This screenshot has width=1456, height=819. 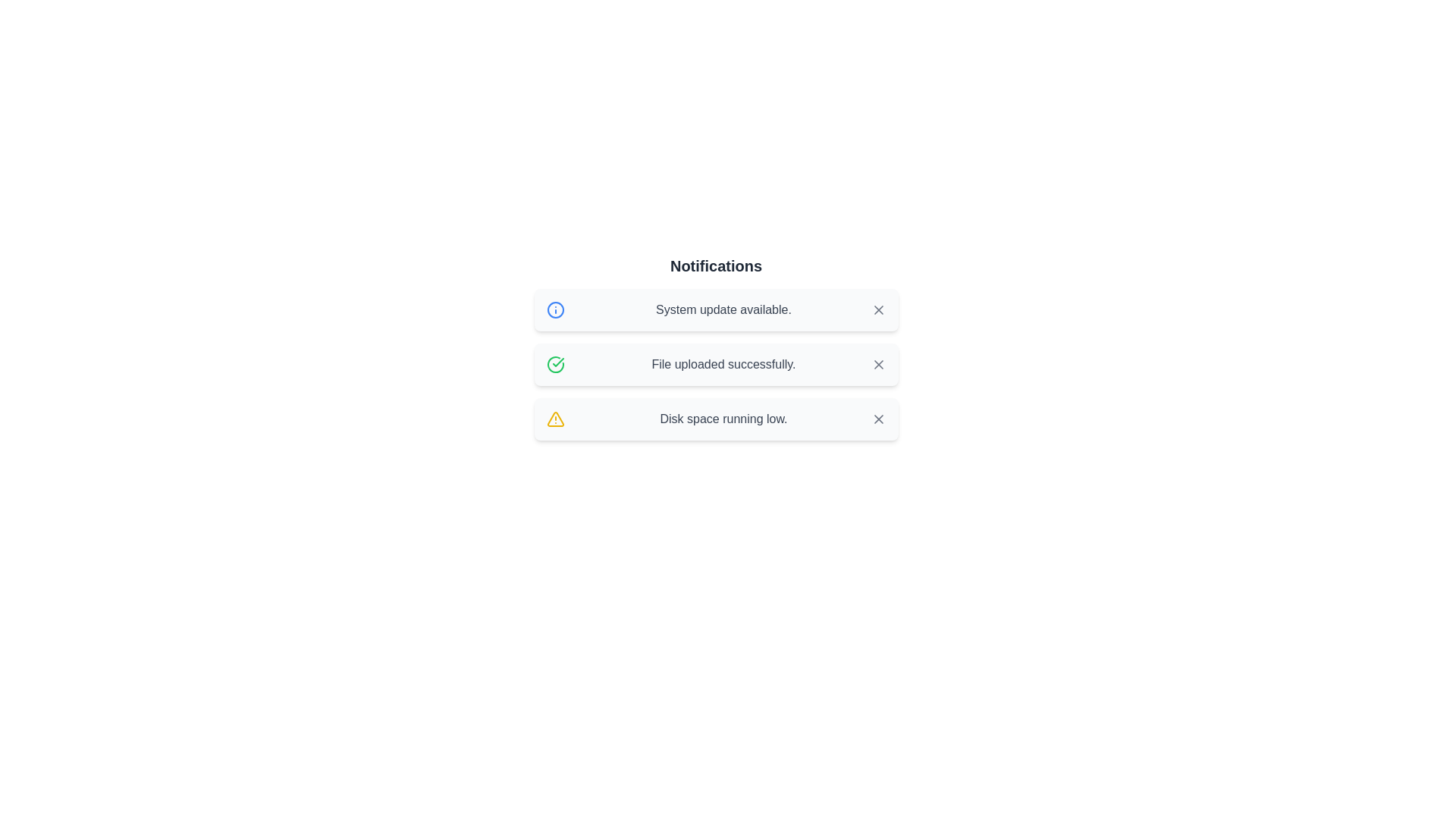 What do you see at coordinates (554, 419) in the screenshot?
I see `the alert icon shaped as a triangle with rounded edges, featuring a yellow outline and warning symbol, located to the left of the 'Disk space running low.' text in the third notification item` at bounding box center [554, 419].